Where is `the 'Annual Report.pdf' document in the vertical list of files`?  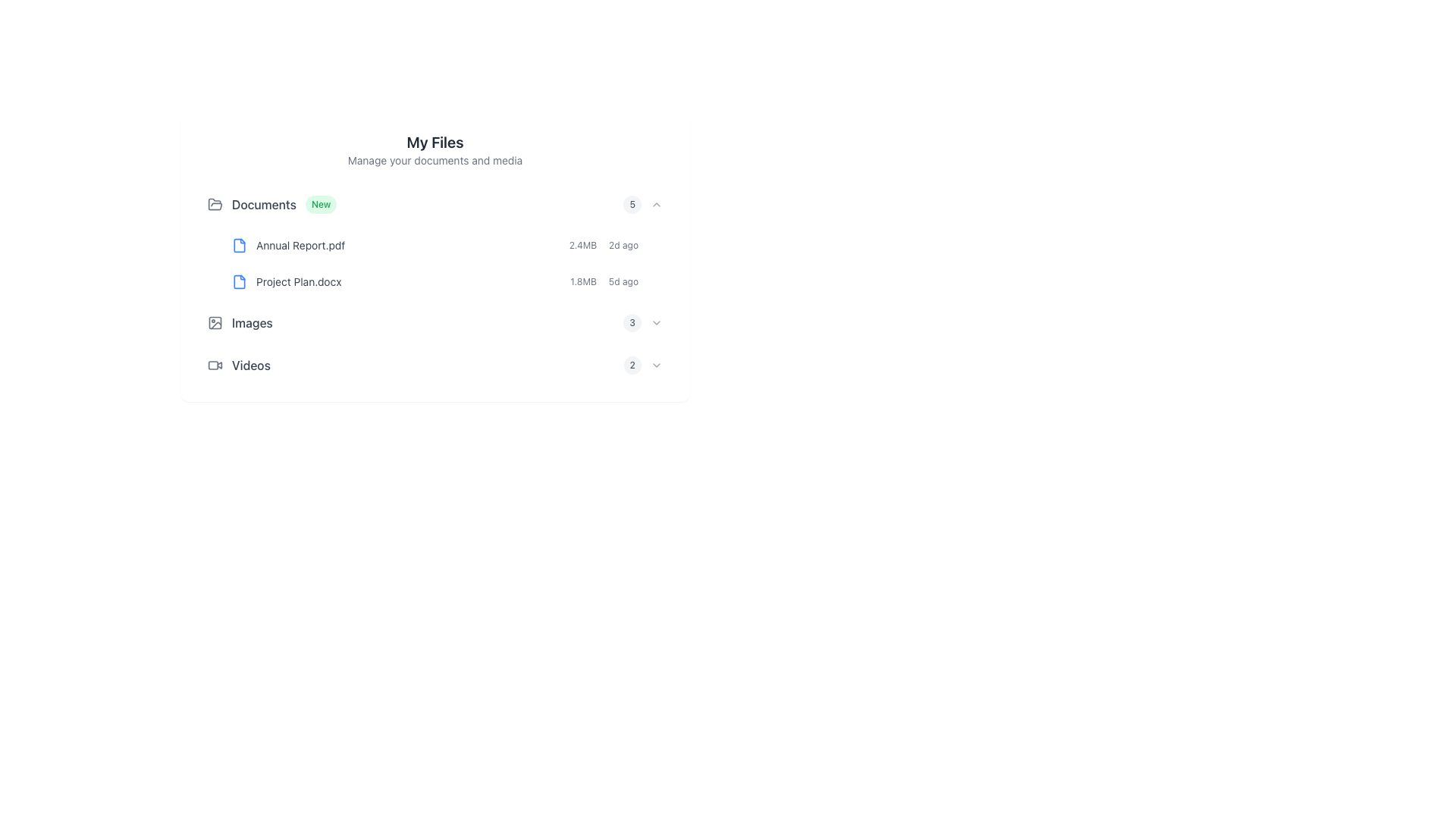 the 'Annual Report.pdf' document in the vertical list of files is located at coordinates (447, 262).